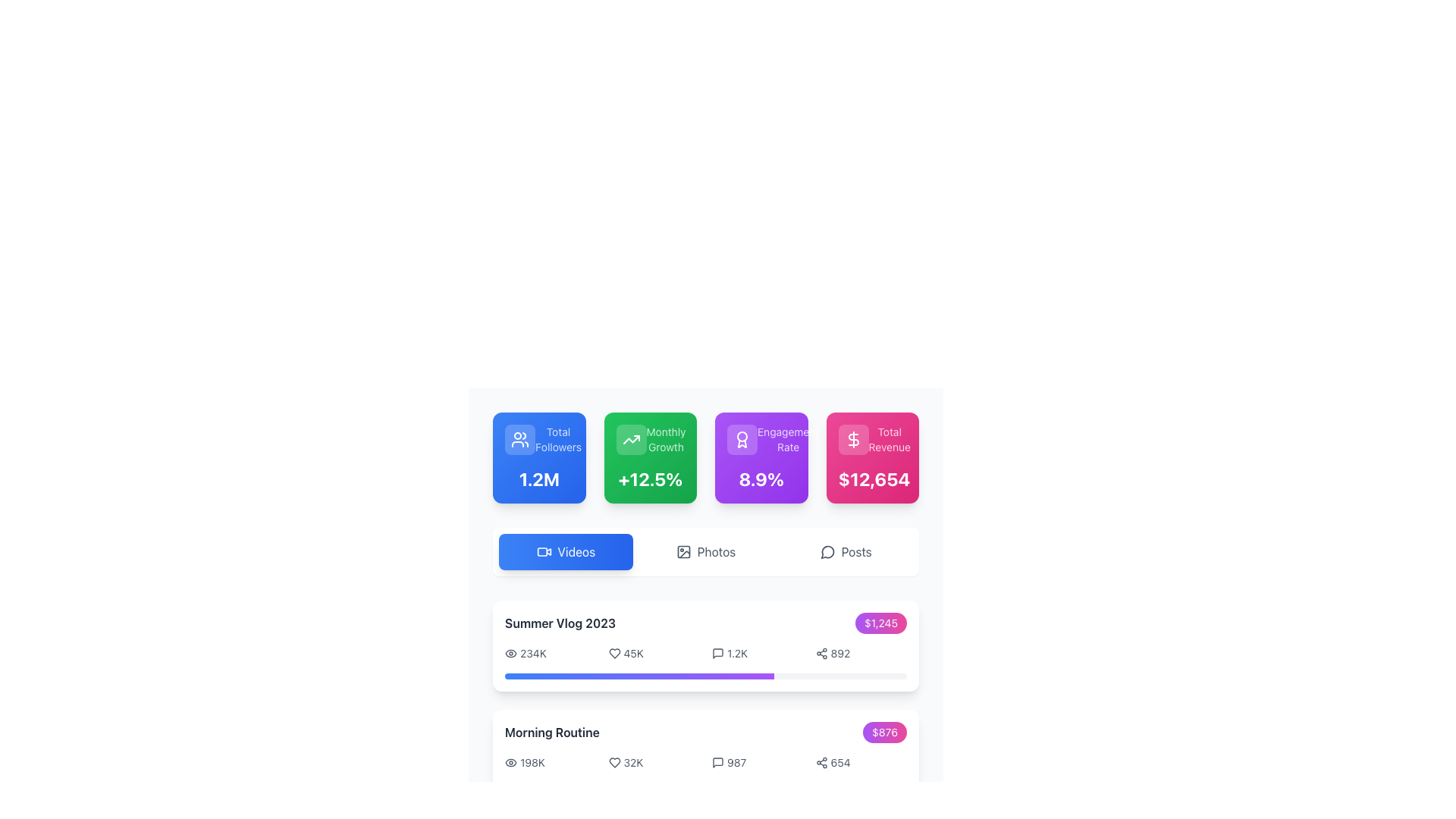 The width and height of the screenshot is (1456, 819). I want to click on the 'Total Revenue' label, which is styled with white text on a pink-to-red gradient background, located at the top right section of a pink rectangular card, so click(872, 439).